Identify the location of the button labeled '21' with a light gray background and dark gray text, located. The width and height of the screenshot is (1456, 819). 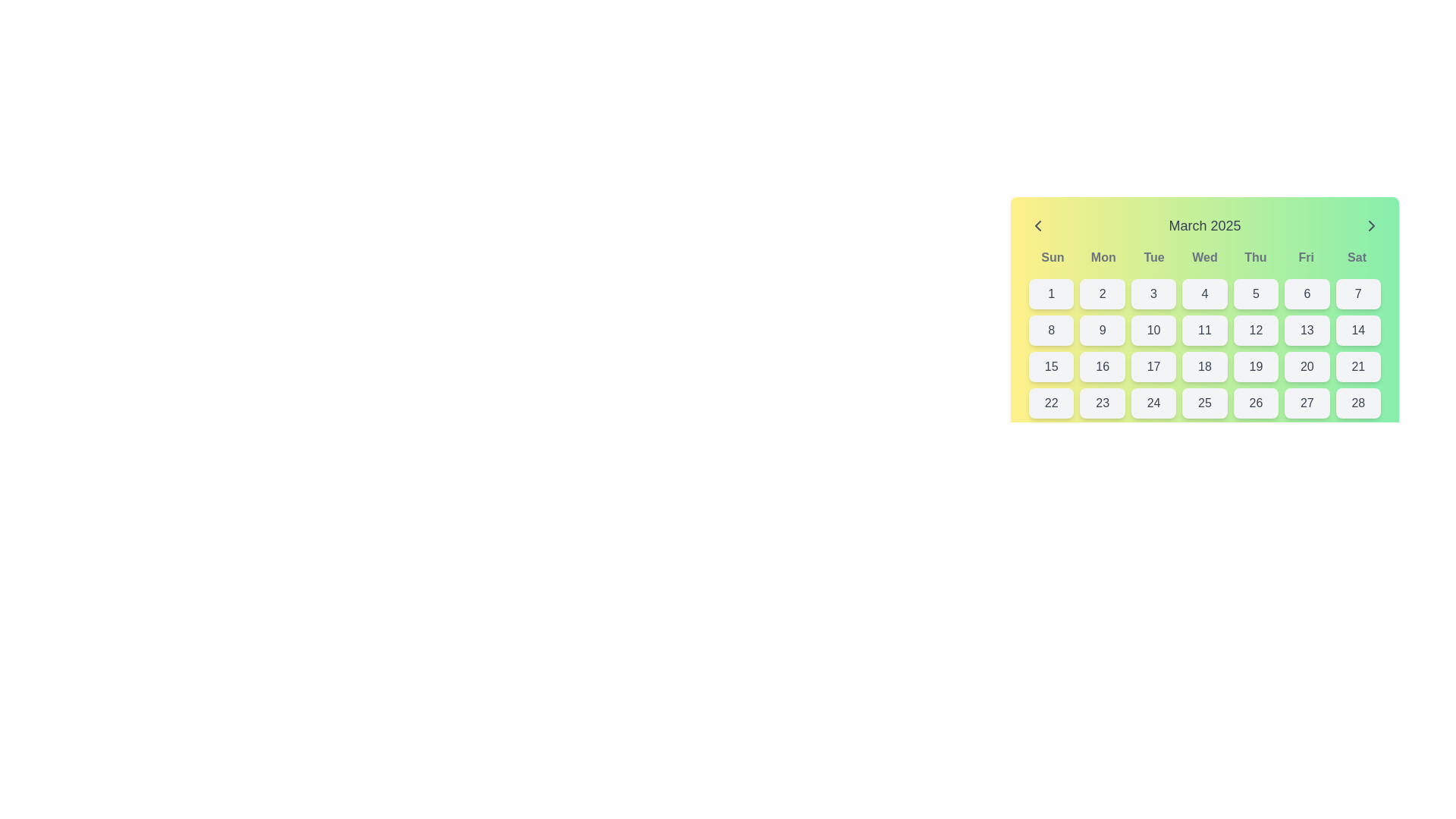
(1358, 366).